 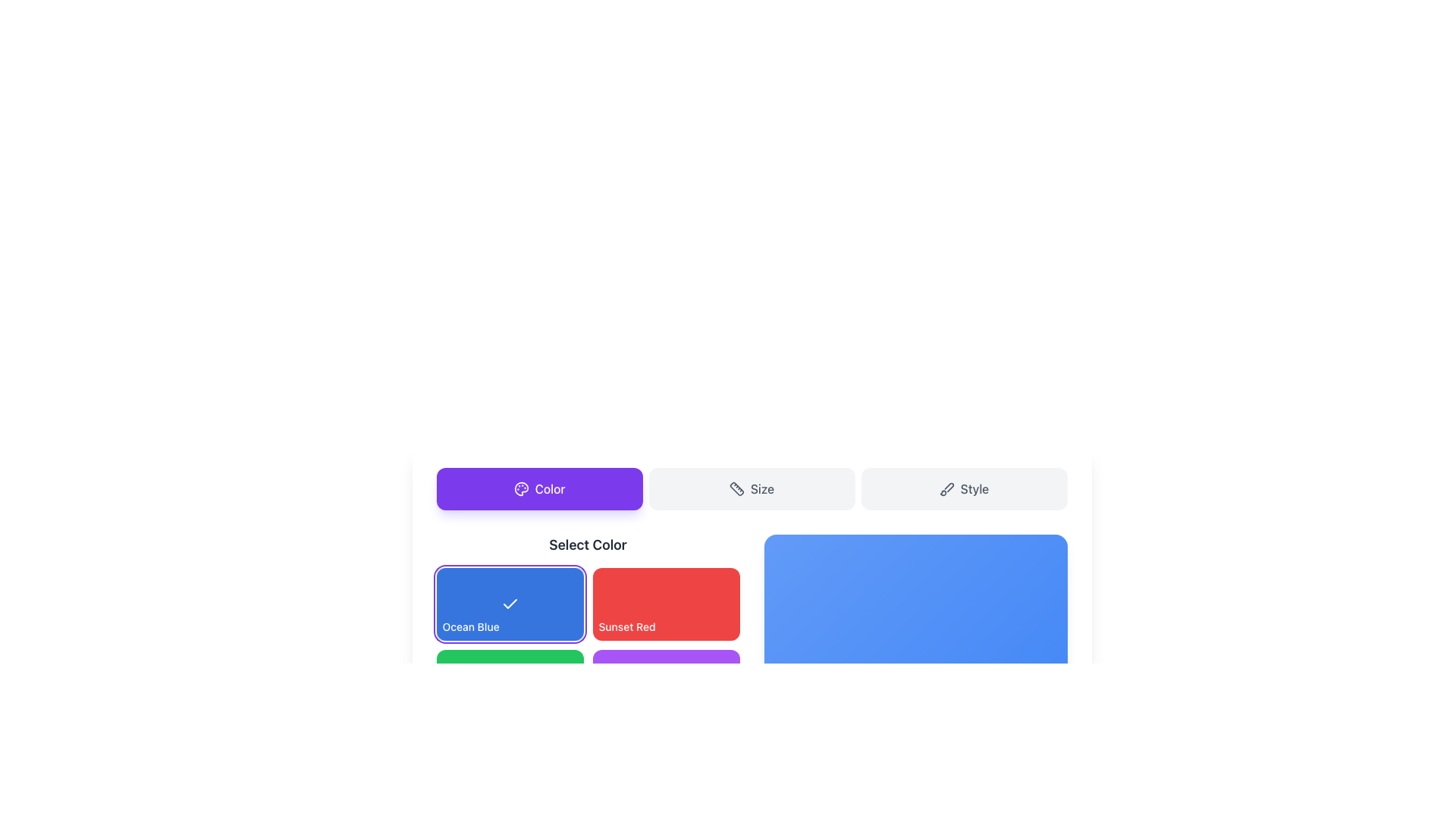 What do you see at coordinates (510, 604) in the screenshot?
I see `the white checkmark icon located within the blue 'Ocean Blue' card in the 'Select Color' section to interact with it` at bounding box center [510, 604].